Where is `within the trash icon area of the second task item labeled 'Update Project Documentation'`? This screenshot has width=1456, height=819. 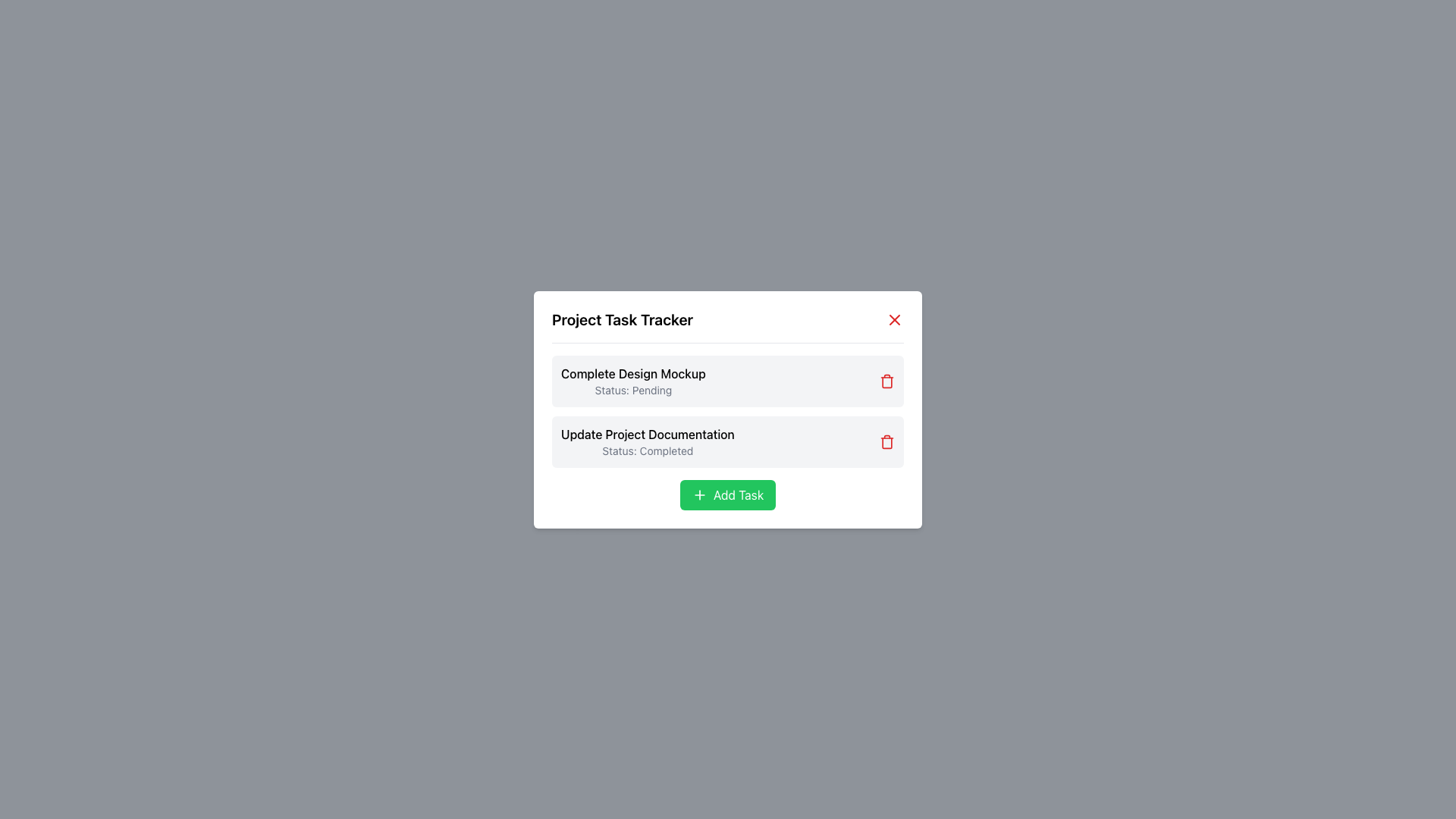 within the trash icon area of the second task item labeled 'Update Project Documentation' is located at coordinates (887, 442).